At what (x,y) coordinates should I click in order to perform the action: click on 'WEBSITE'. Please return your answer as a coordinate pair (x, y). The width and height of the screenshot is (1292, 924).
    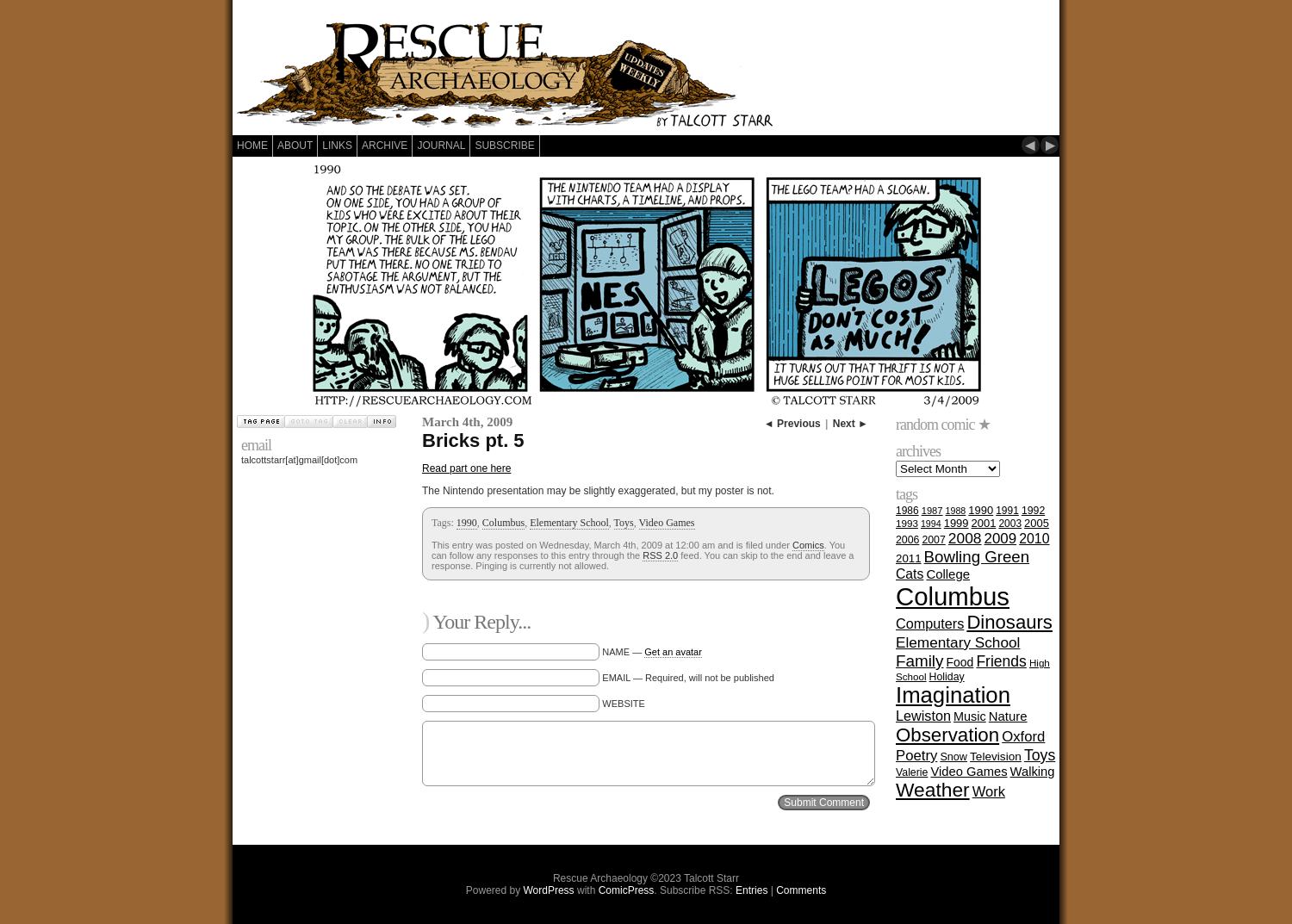
    Looking at the image, I should click on (601, 703).